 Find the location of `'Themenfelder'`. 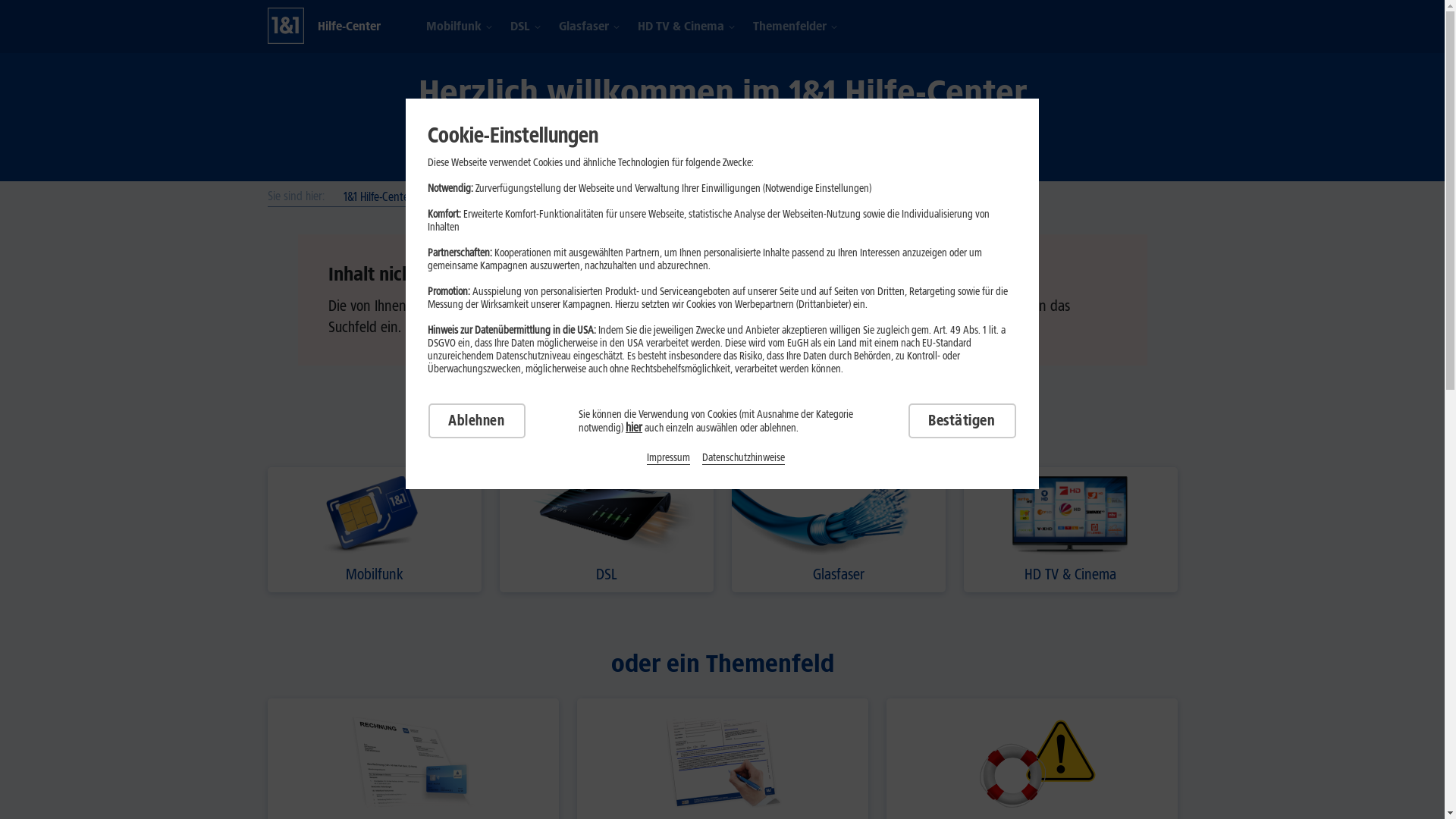

'Themenfelder' is located at coordinates (789, 27).